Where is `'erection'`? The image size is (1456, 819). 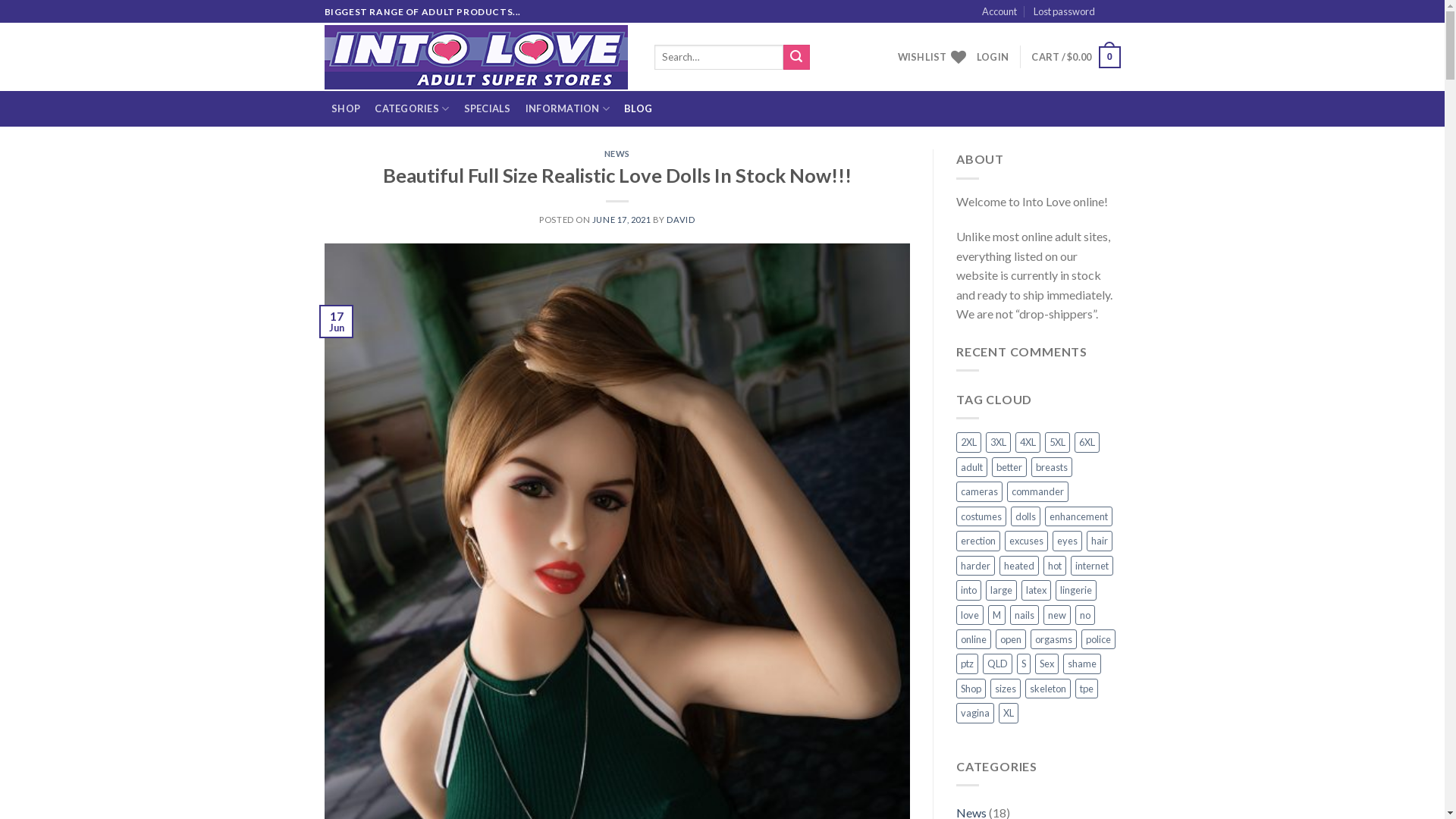
'erection' is located at coordinates (978, 540).